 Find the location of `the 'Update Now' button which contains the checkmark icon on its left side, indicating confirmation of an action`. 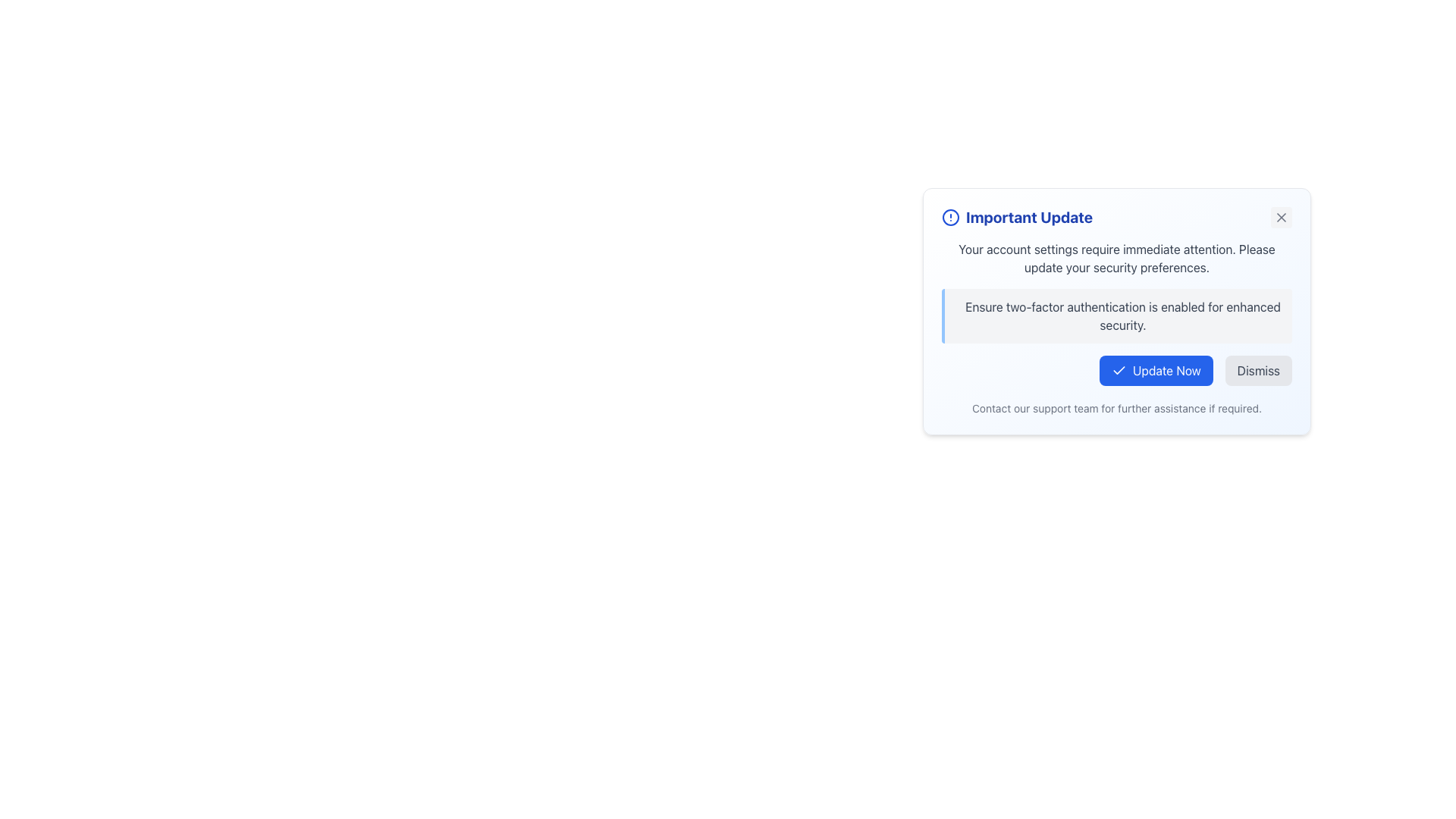

the 'Update Now' button which contains the checkmark icon on its left side, indicating confirmation of an action is located at coordinates (1119, 371).